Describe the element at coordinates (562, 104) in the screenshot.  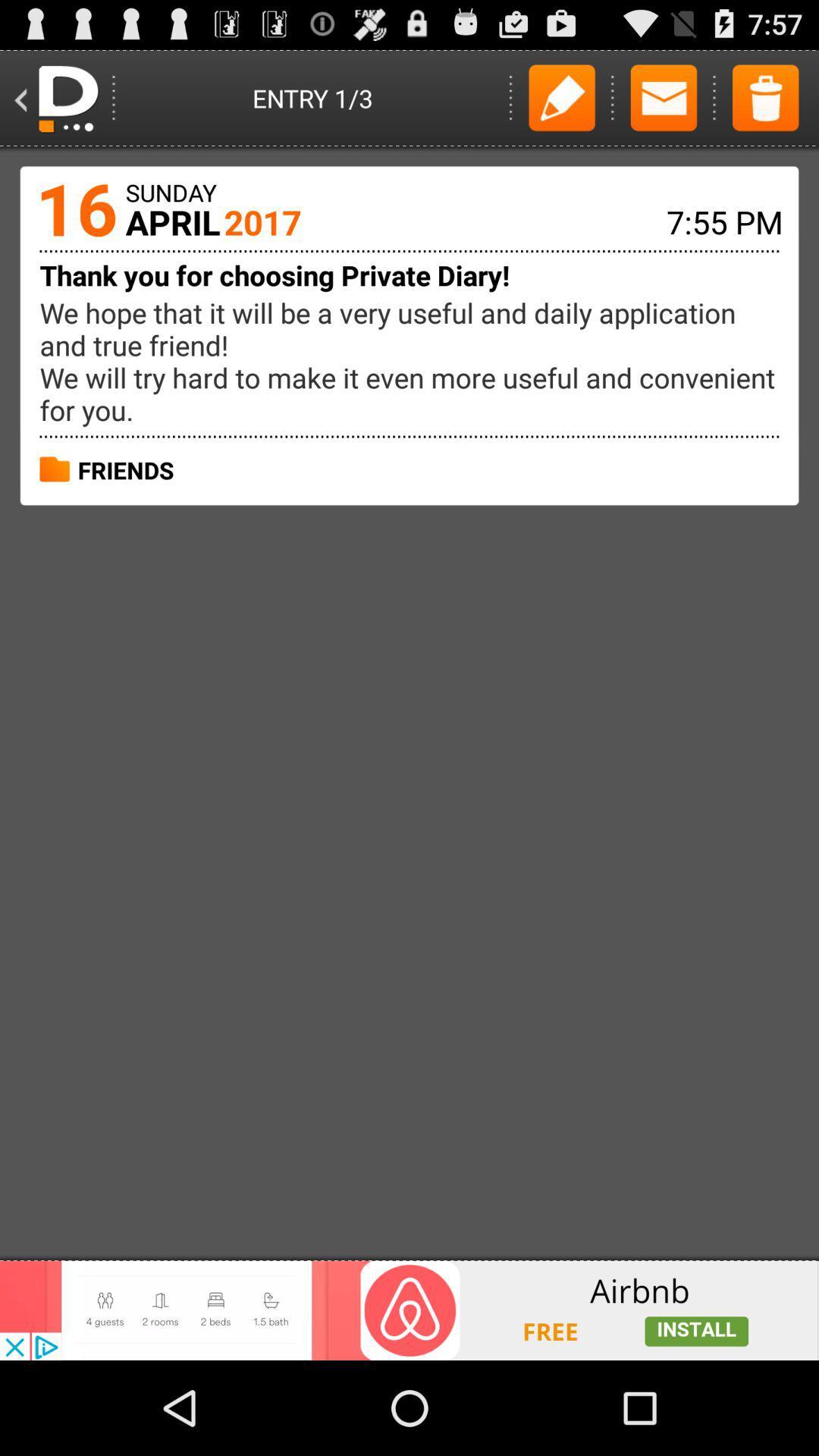
I see `the edit icon` at that location.